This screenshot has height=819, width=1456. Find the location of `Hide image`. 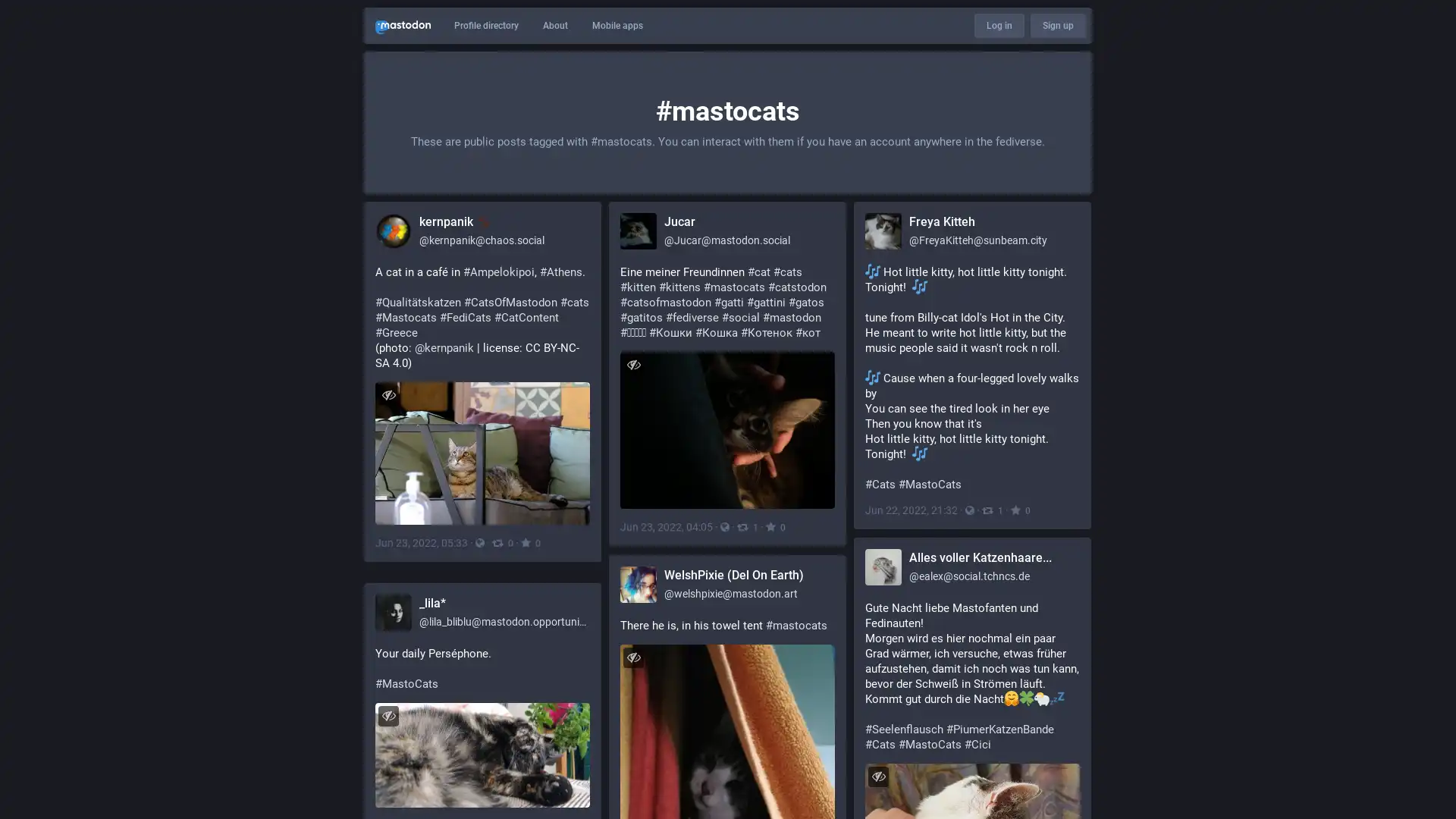

Hide image is located at coordinates (388, 394).